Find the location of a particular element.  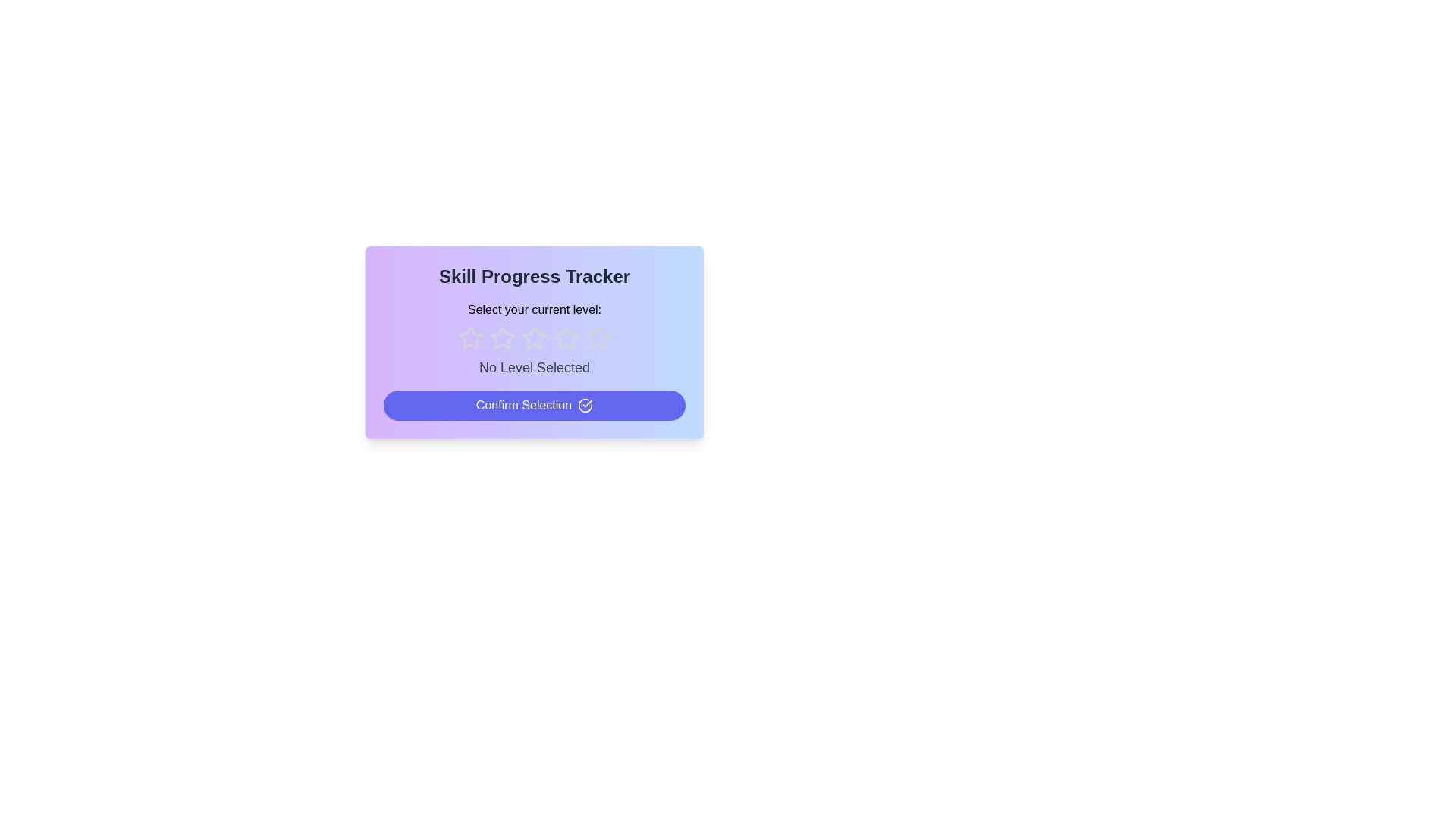

the 'Confirm Selection' button to finalize the rating is located at coordinates (535, 405).